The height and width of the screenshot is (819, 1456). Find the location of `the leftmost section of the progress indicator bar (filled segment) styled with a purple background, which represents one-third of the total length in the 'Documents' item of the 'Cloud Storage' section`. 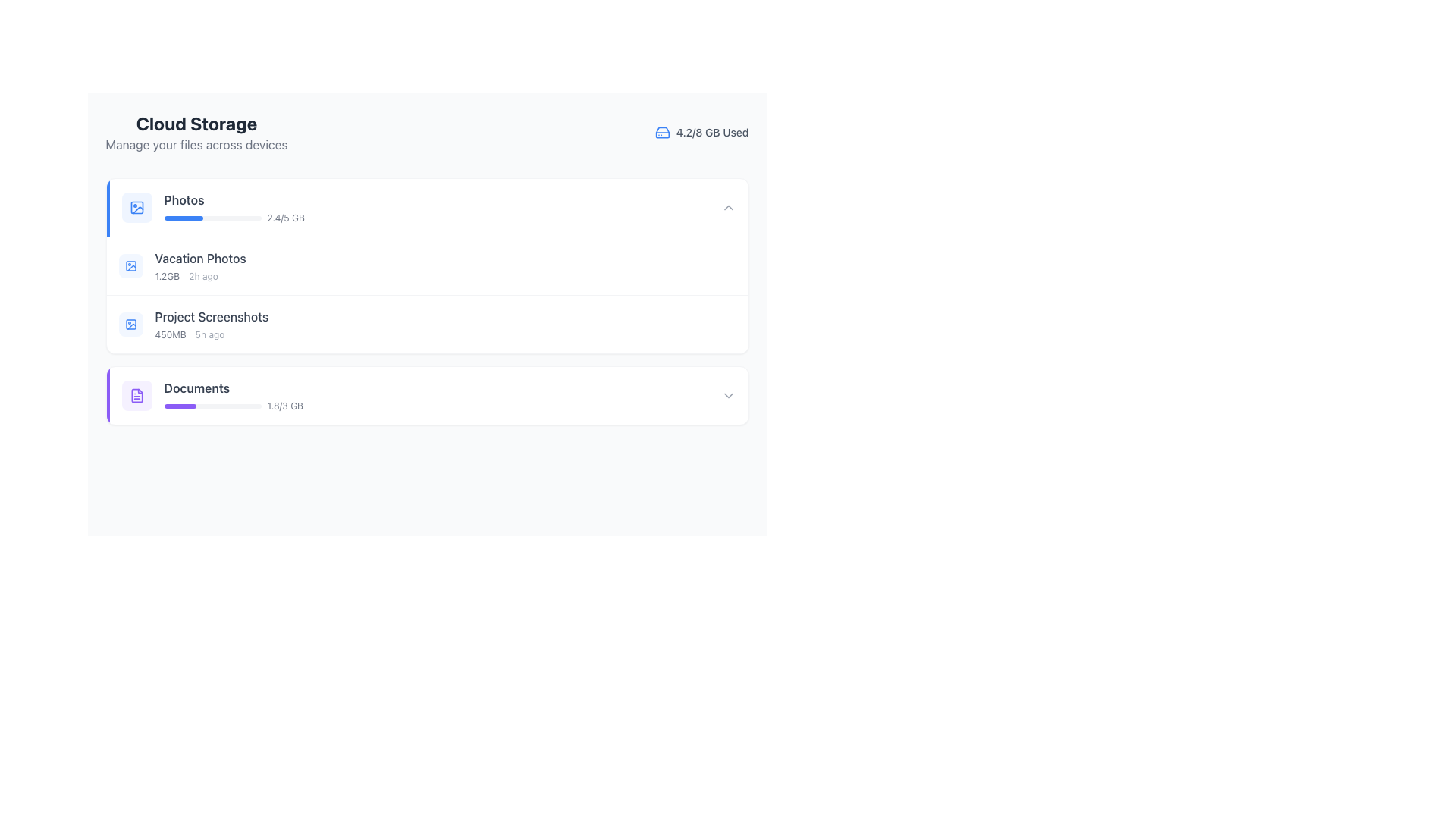

the leftmost section of the progress indicator bar (filled segment) styled with a purple background, which represents one-third of the total length in the 'Documents' item of the 'Cloud Storage' section is located at coordinates (180, 406).